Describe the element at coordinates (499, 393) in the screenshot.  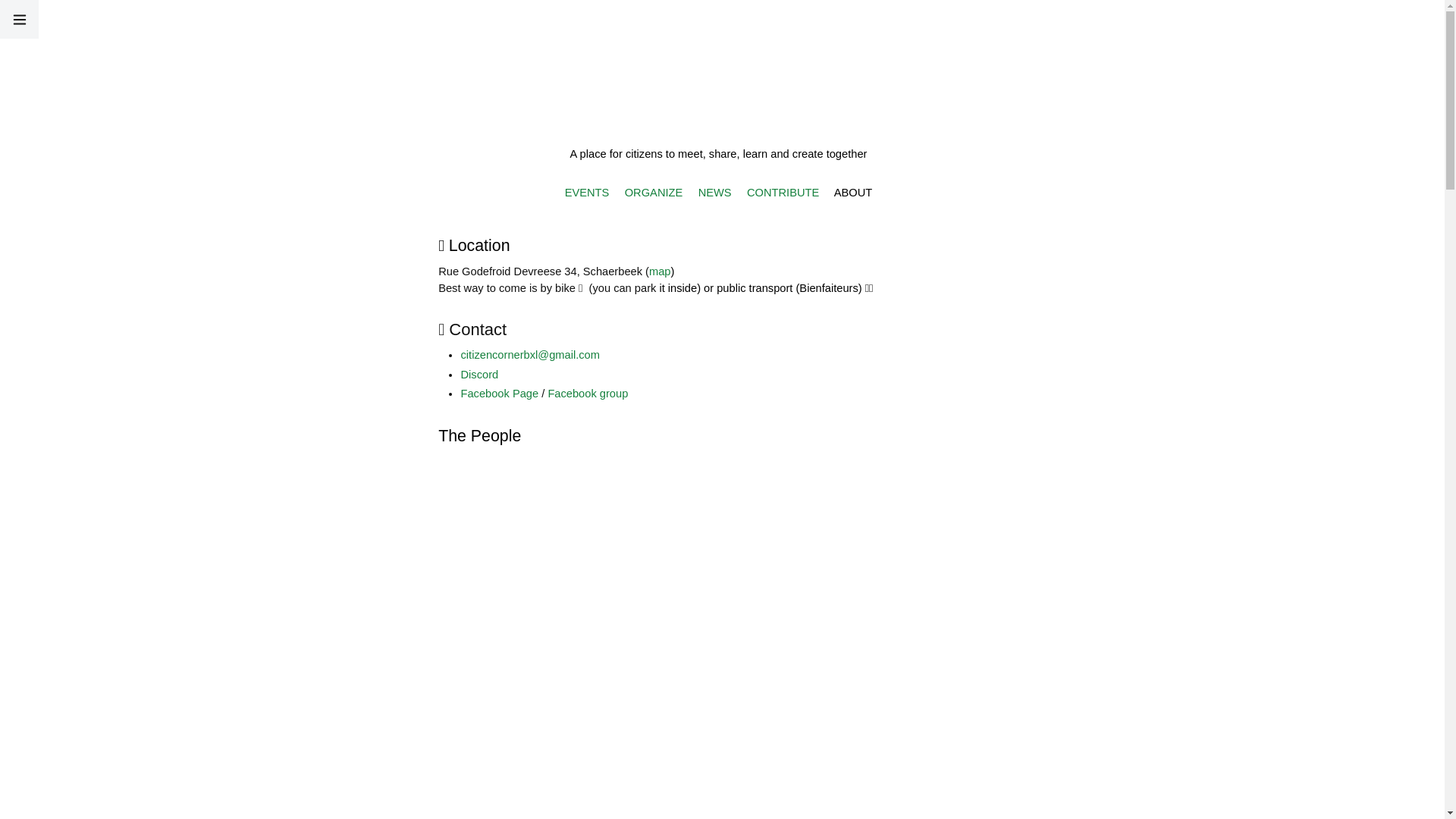
I see `'Facebook Page'` at that location.